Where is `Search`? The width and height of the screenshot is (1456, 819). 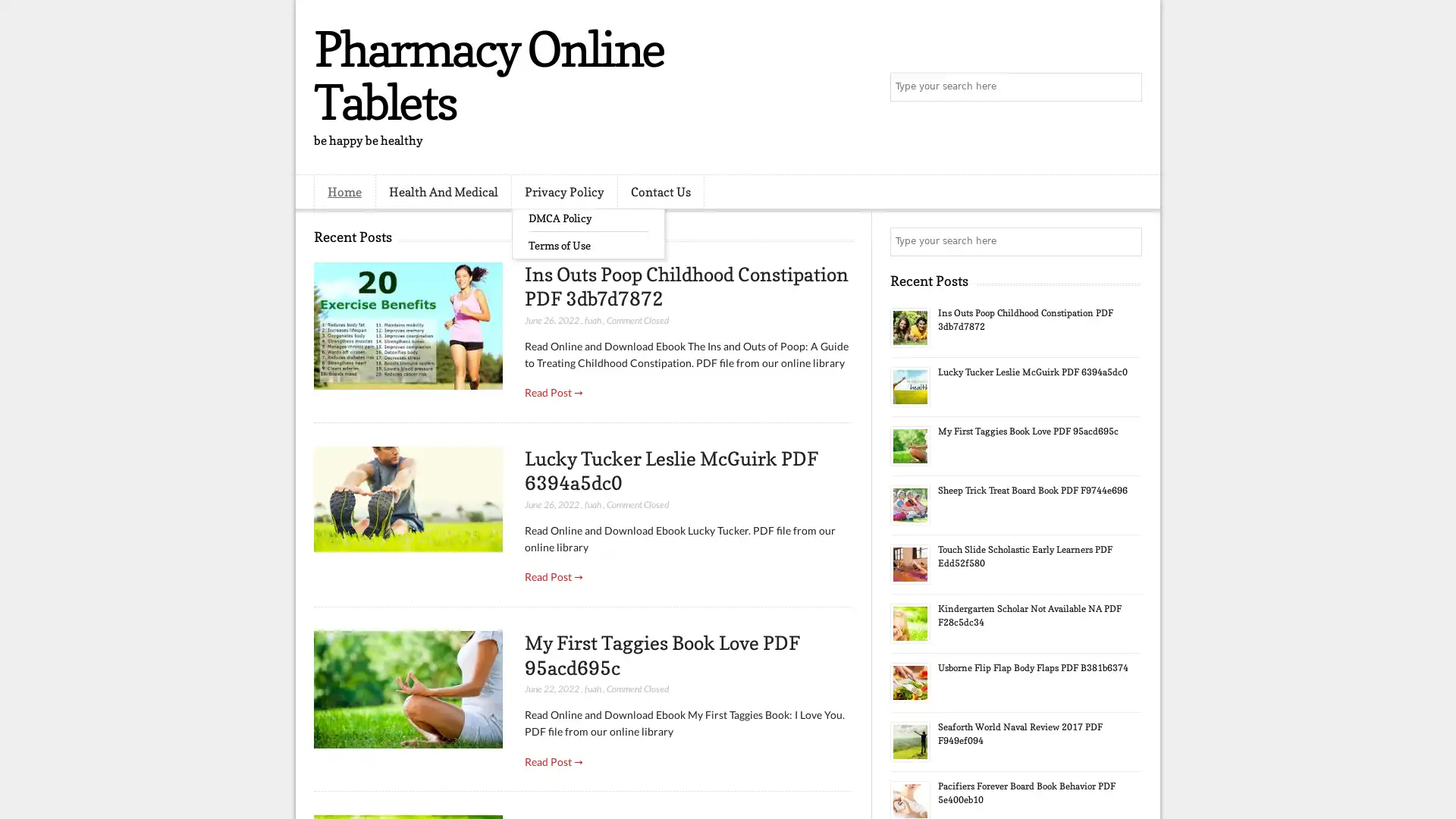 Search is located at coordinates (1126, 241).